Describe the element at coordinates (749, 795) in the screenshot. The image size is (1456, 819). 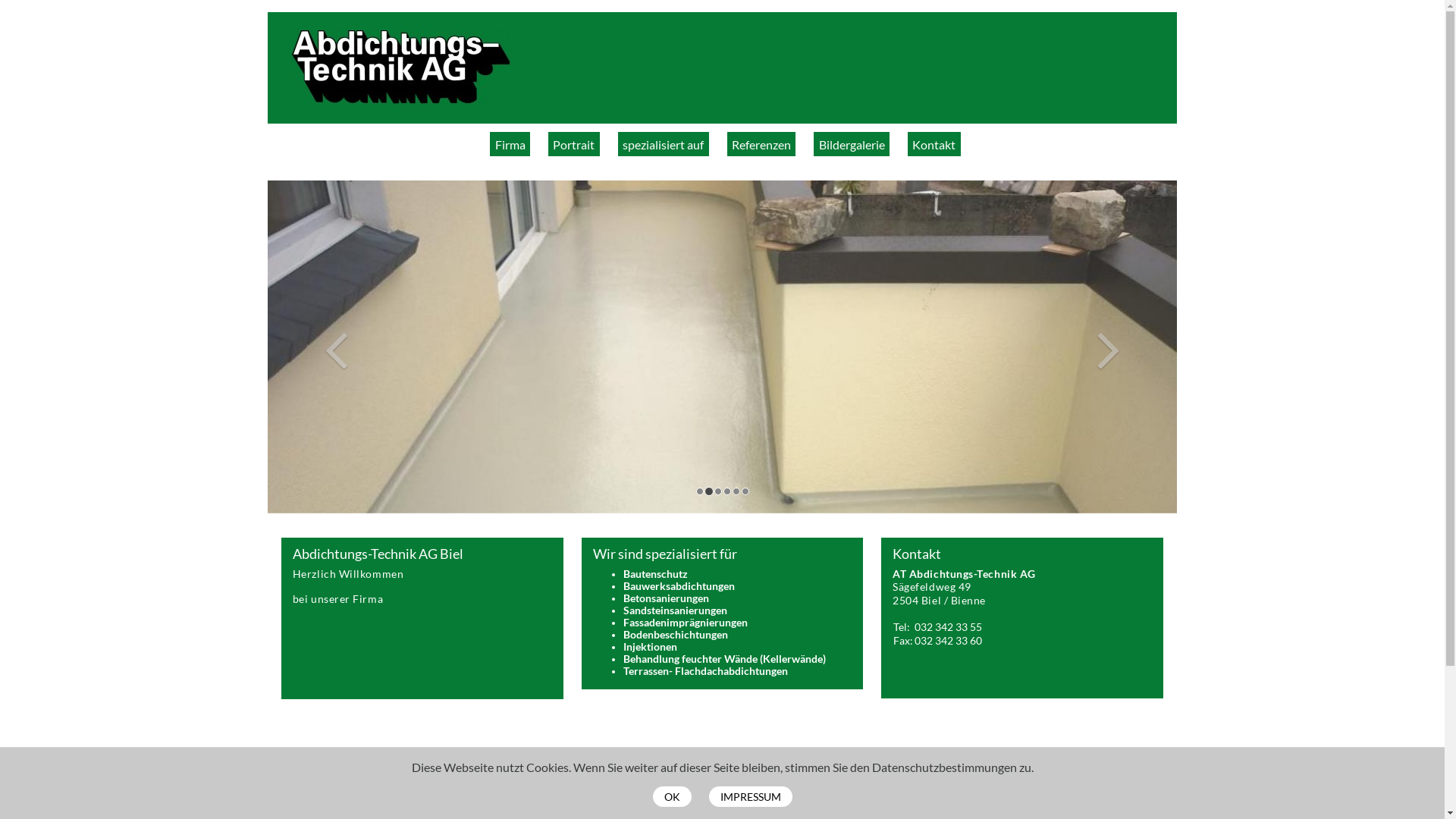
I see `'IMPRESSUM'` at that location.